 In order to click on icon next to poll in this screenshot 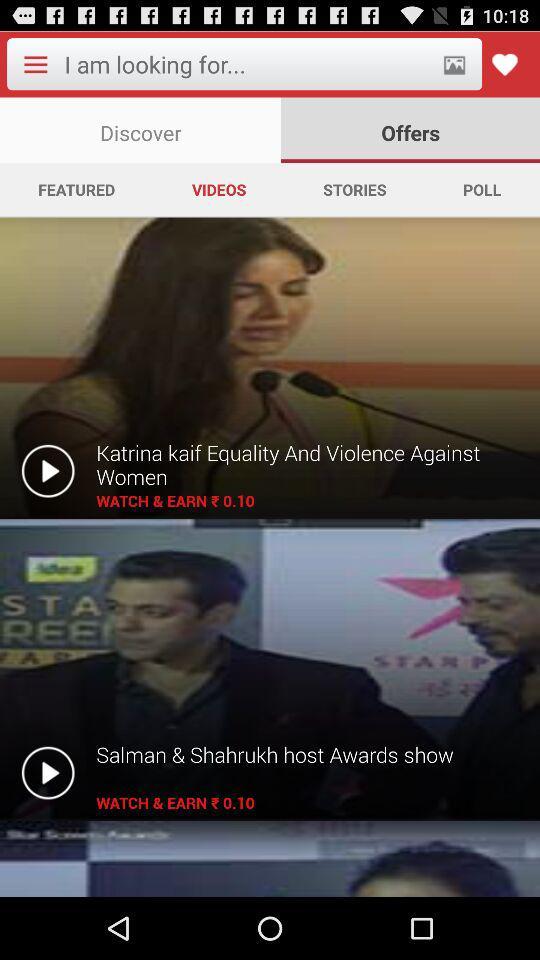, I will do `click(353, 189)`.